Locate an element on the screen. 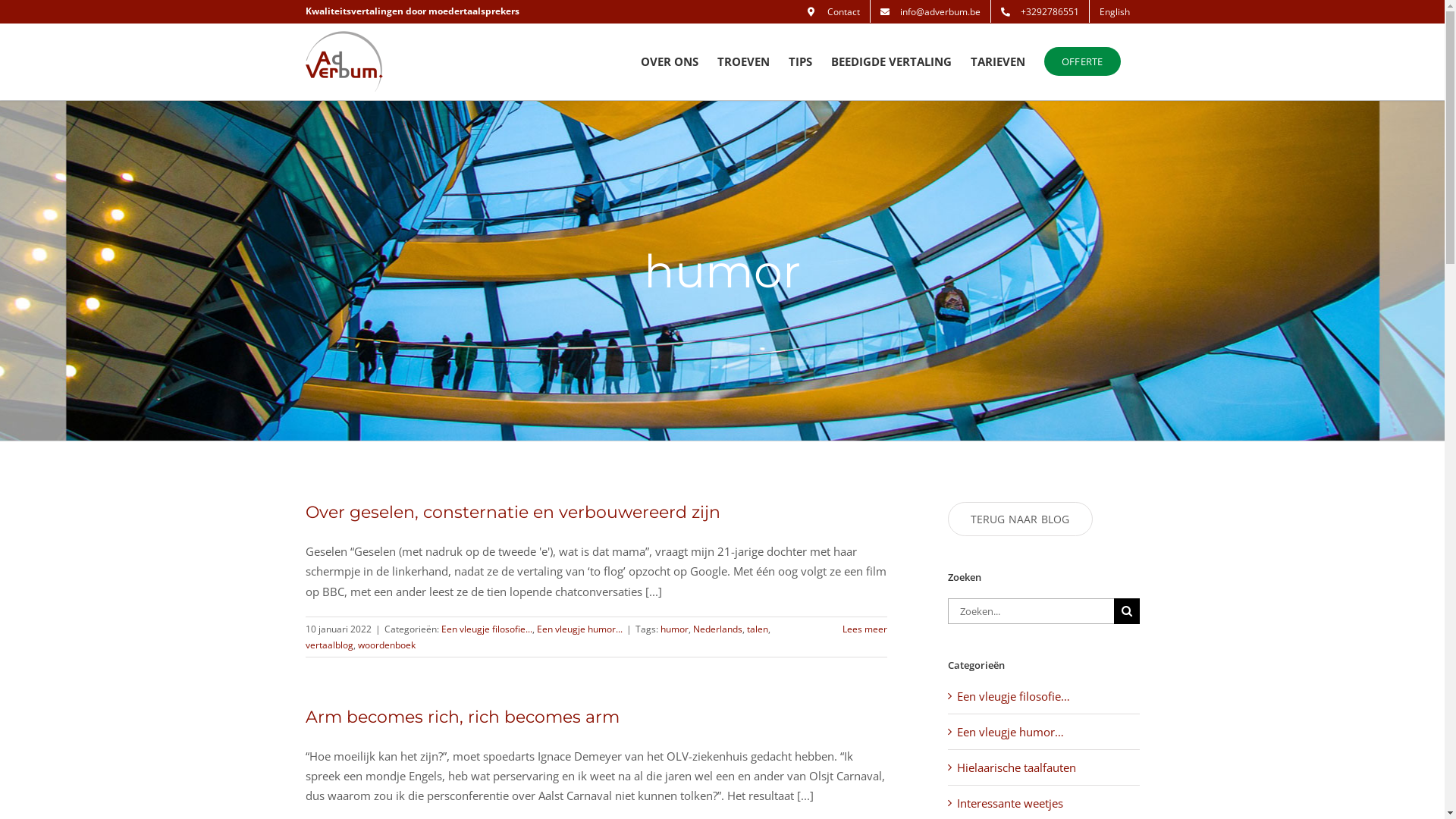 The height and width of the screenshot is (819, 1456). 'TROEVEN' is located at coordinates (743, 61).